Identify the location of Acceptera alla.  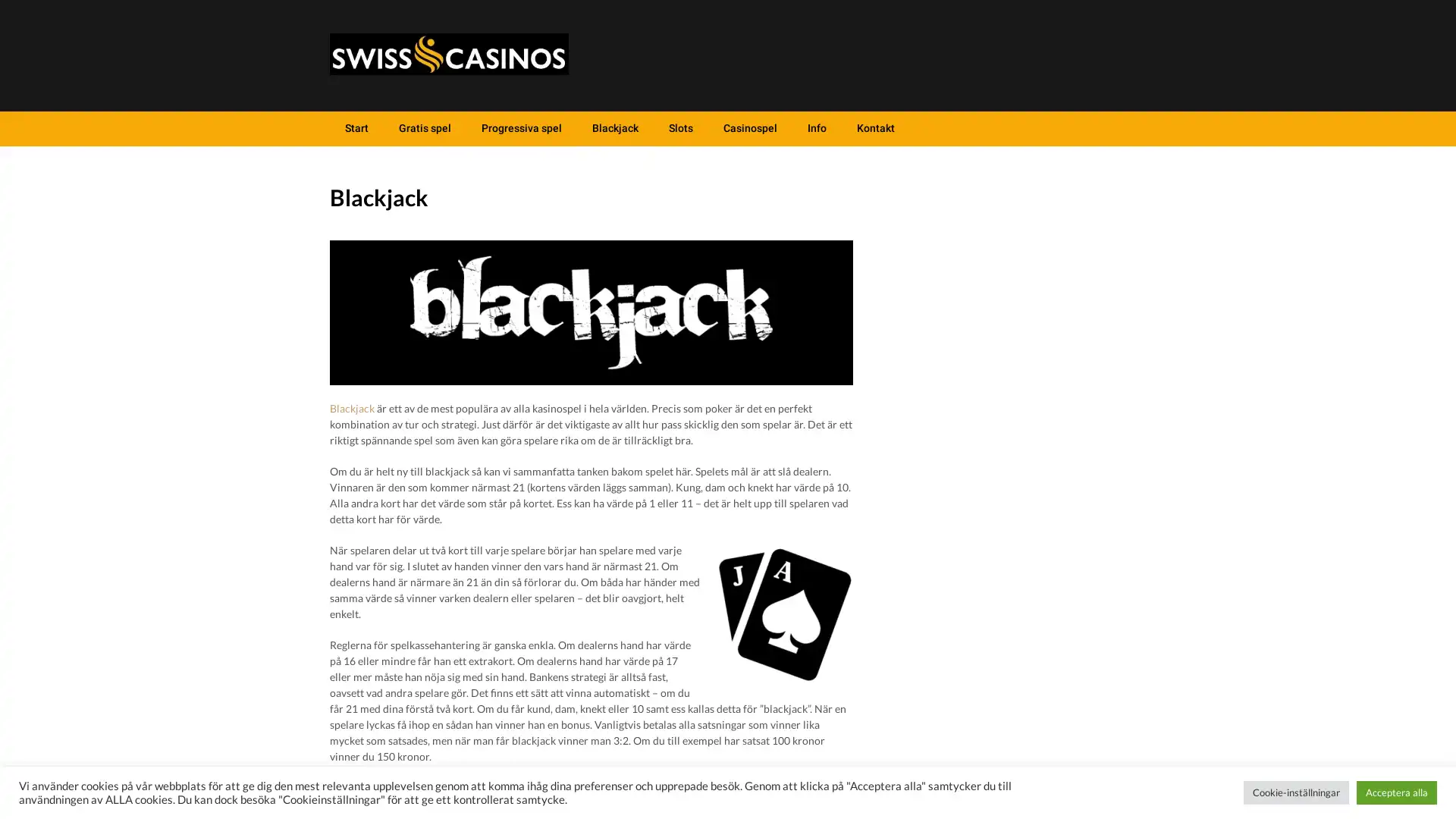
(1396, 792).